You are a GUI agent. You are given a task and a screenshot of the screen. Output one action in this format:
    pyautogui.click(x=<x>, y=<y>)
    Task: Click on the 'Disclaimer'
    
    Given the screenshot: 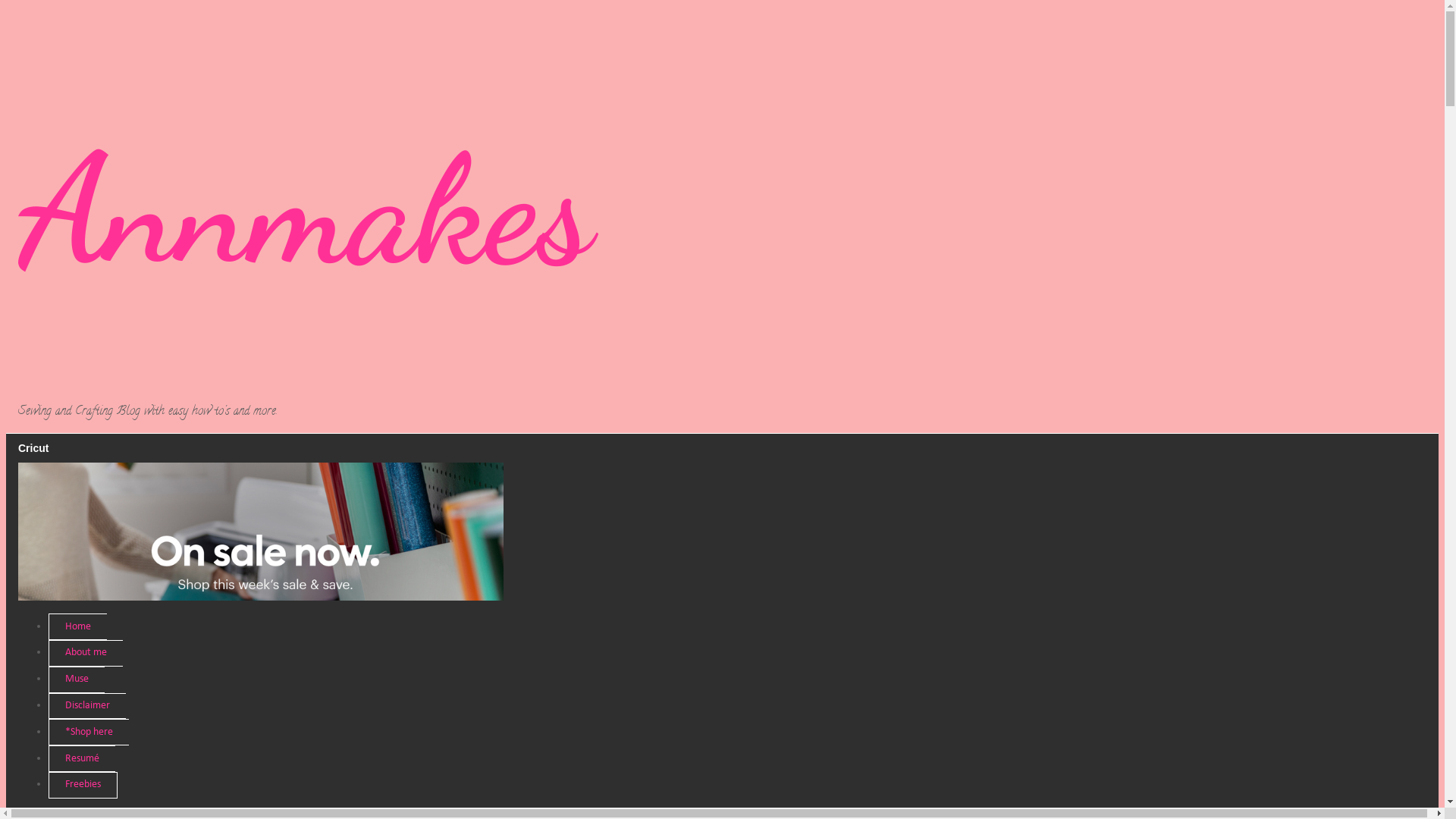 What is the action you would take?
    pyautogui.click(x=86, y=706)
    